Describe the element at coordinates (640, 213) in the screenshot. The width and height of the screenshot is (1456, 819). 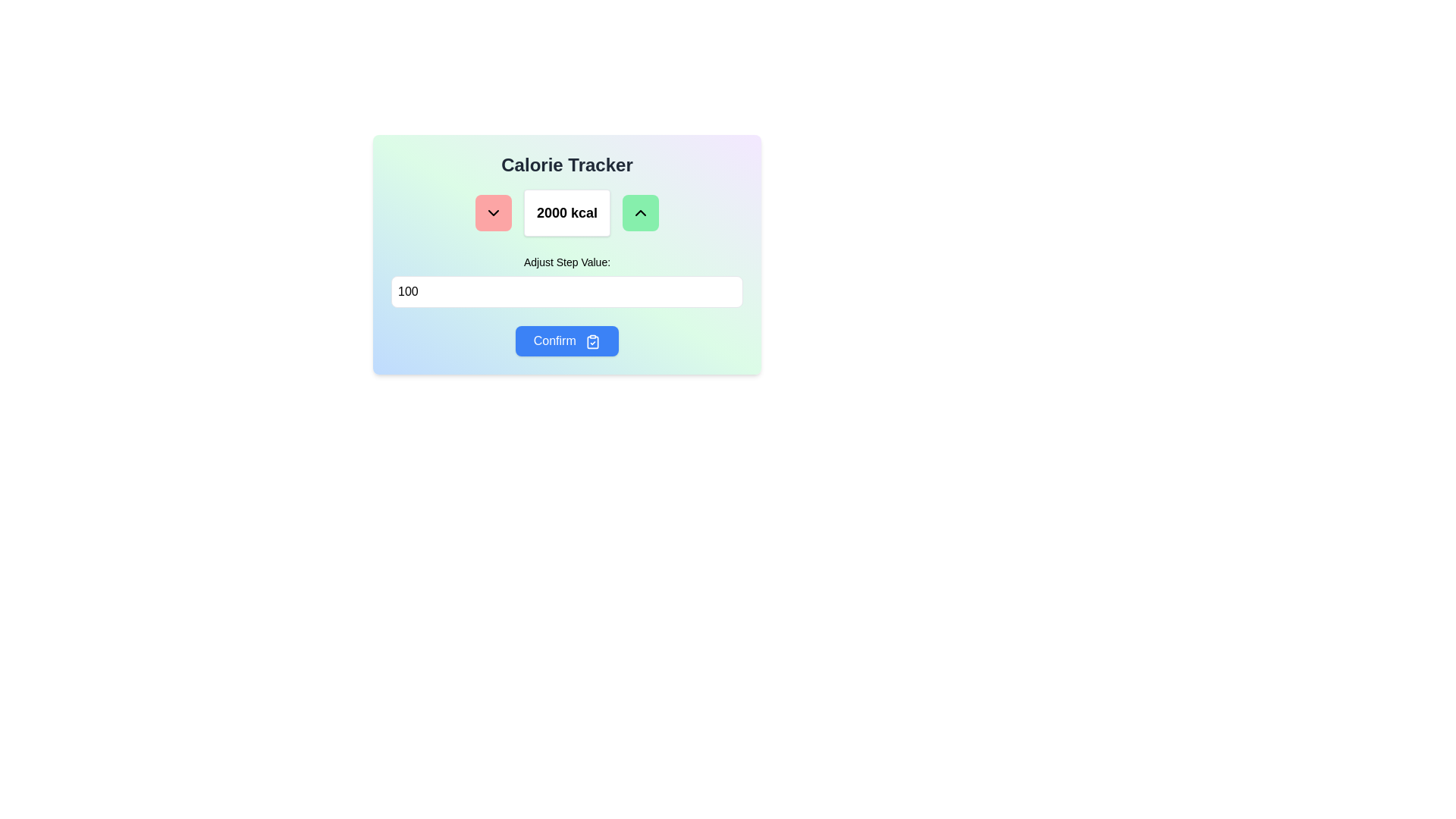
I see `the green button with rounded corners and an upward-pointing arrow icon located on the right side of the 'Calorie Tracker' panel` at that location.